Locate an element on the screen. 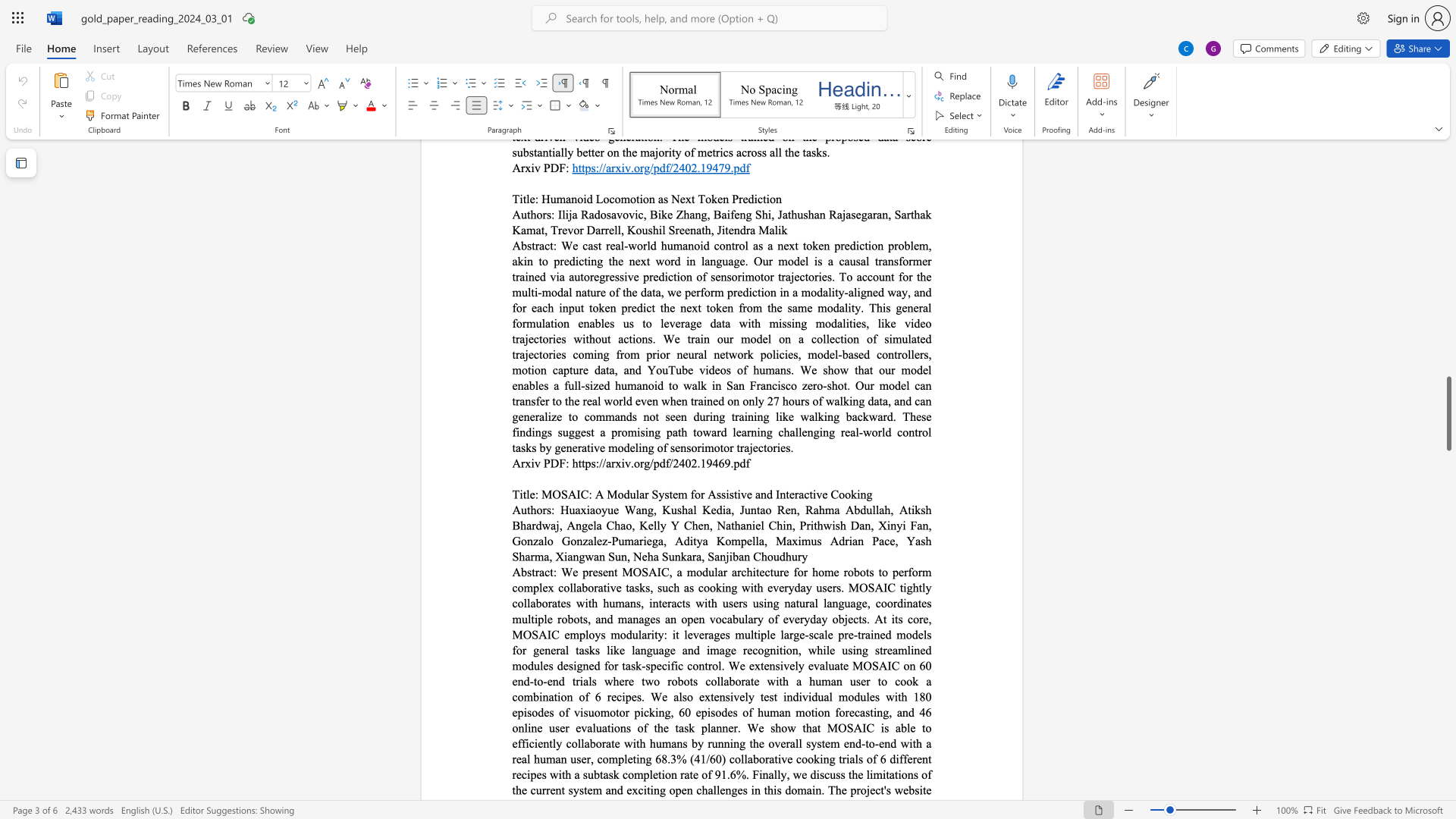 This screenshot has width=1456, height=819. the scrollbar on the side is located at coordinates (1448, 281).